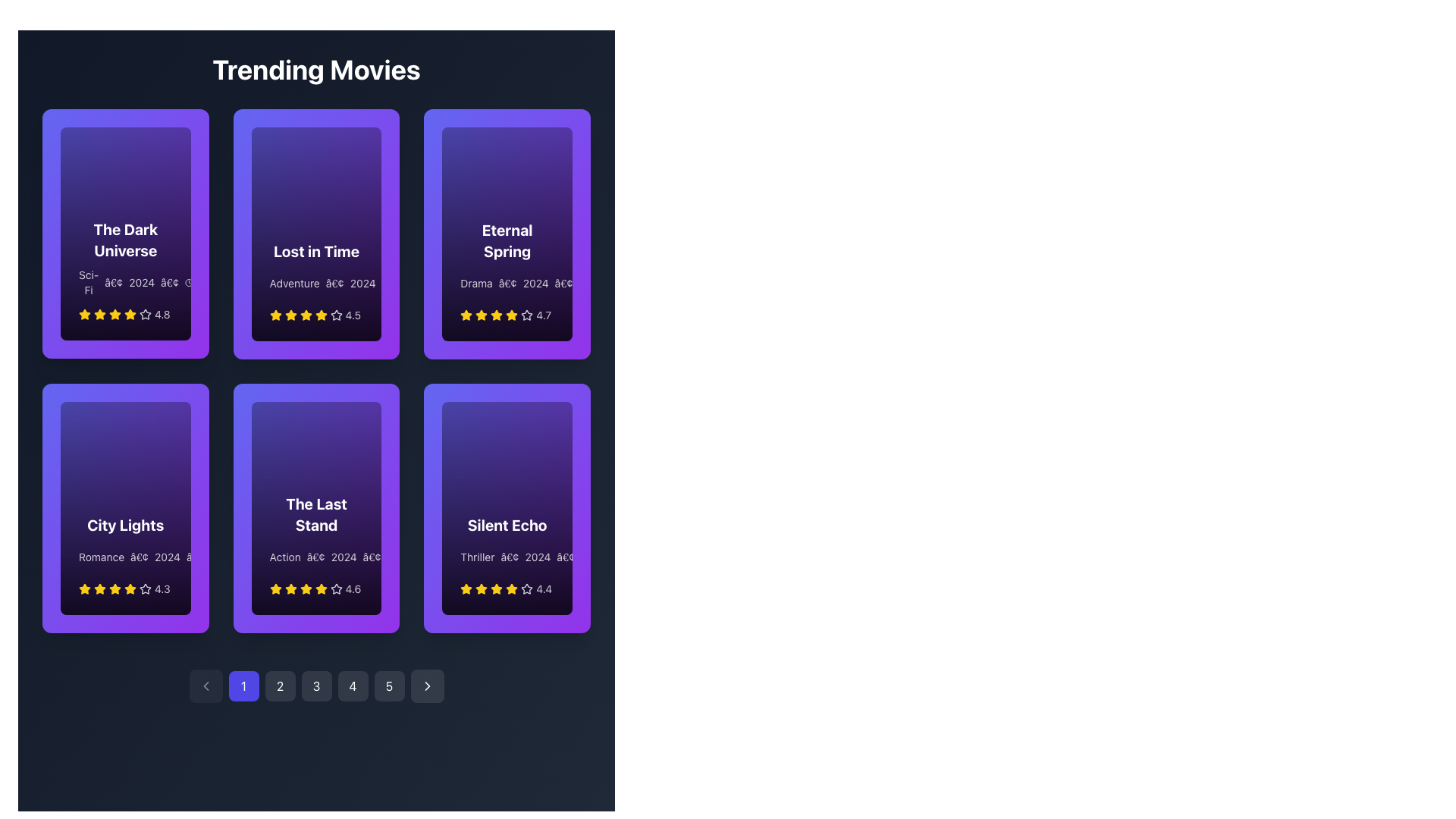  What do you see at coordinates (346, 415) in the screenshot?
I see `the decorative vector graphic circle element located within the card labeled 'The Last Stand' in the second row and middle column of a 3x2 grid layout` at bounding box center [346, 415].